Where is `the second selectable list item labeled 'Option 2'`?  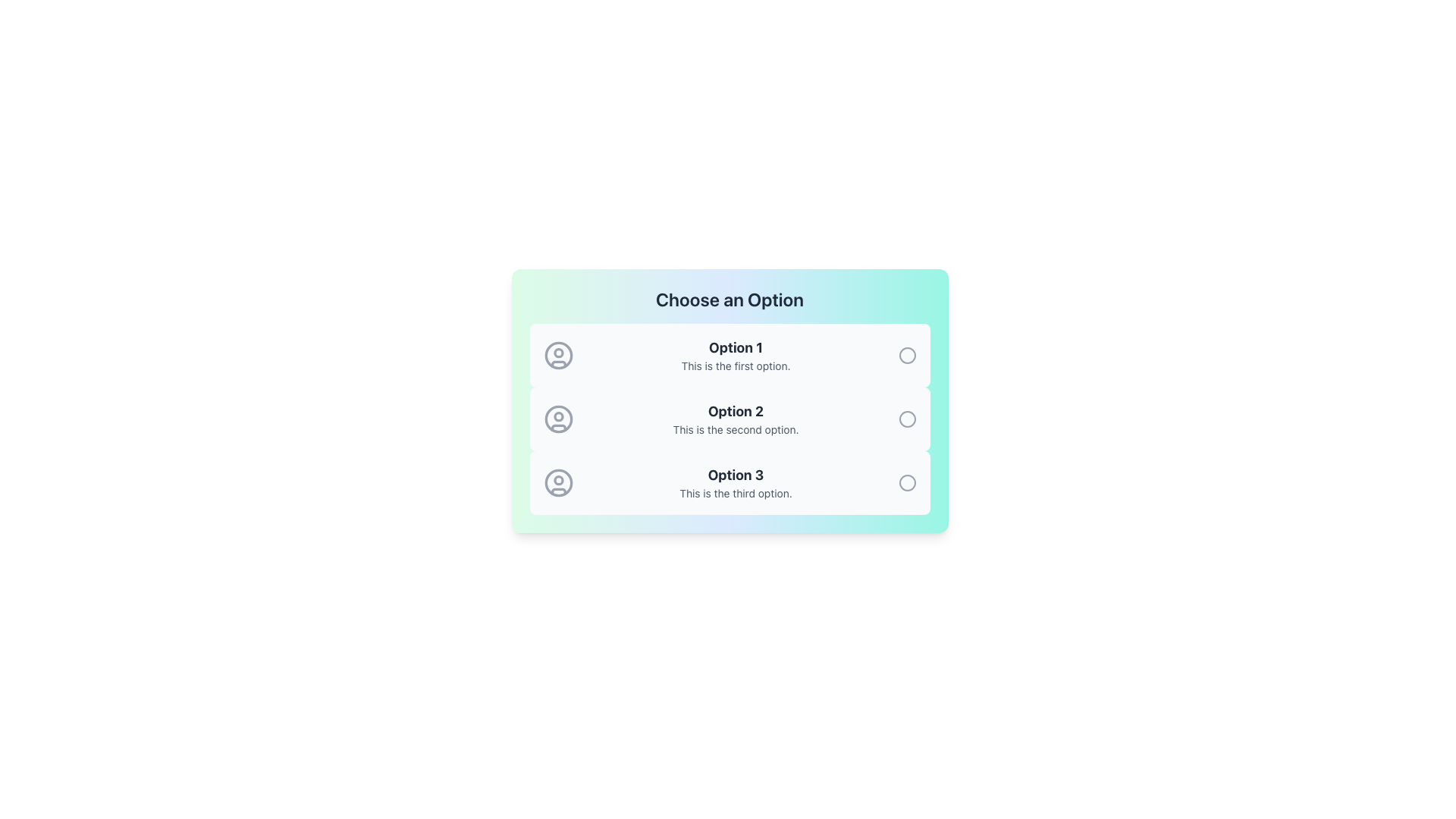
the second selectable list item labeled 'Option 2' is located at coordinates (730, 419).